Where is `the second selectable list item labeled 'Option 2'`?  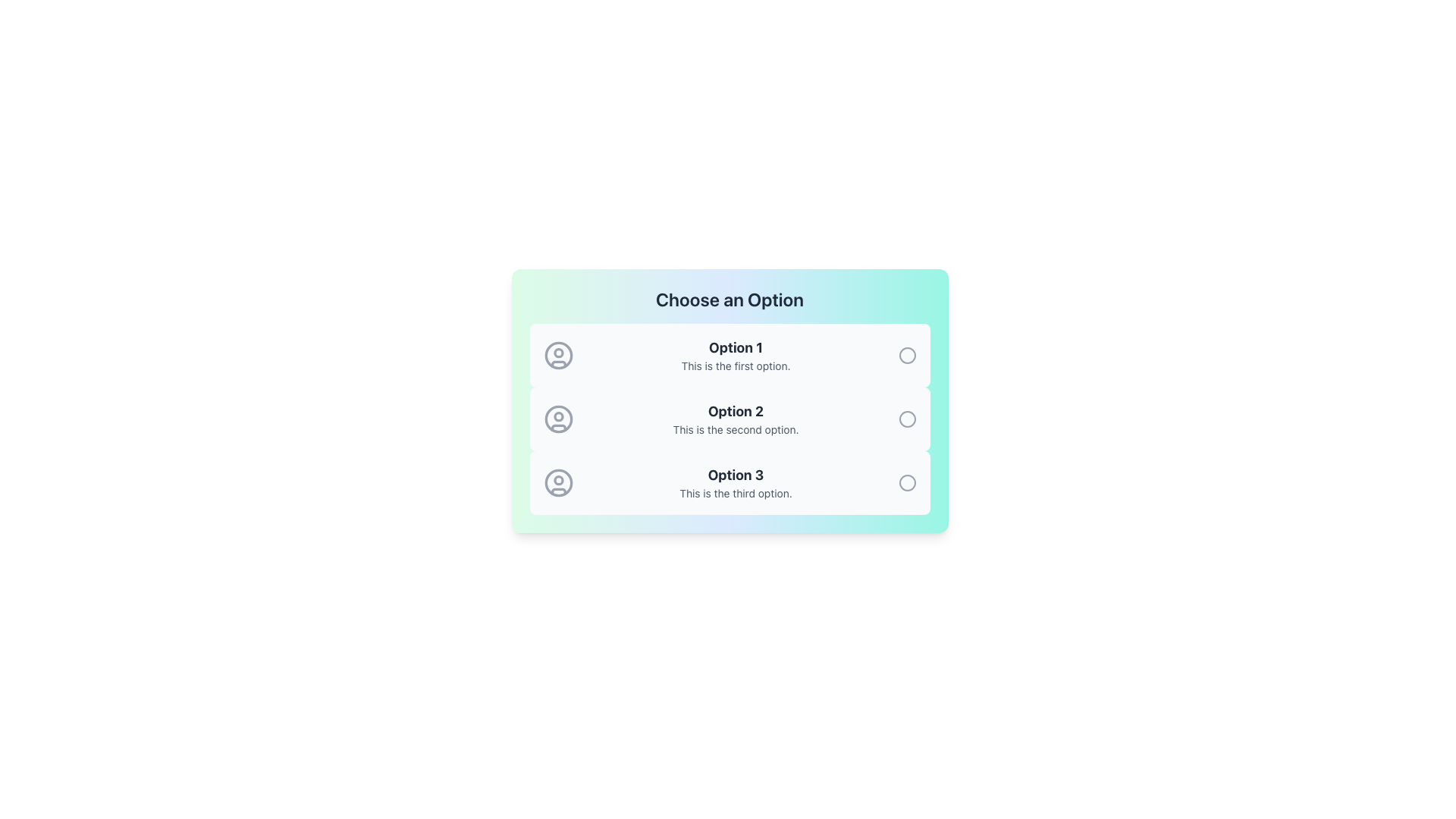
the second selectable list item labeled 'Option 2' is located at coordinates (730, 419).